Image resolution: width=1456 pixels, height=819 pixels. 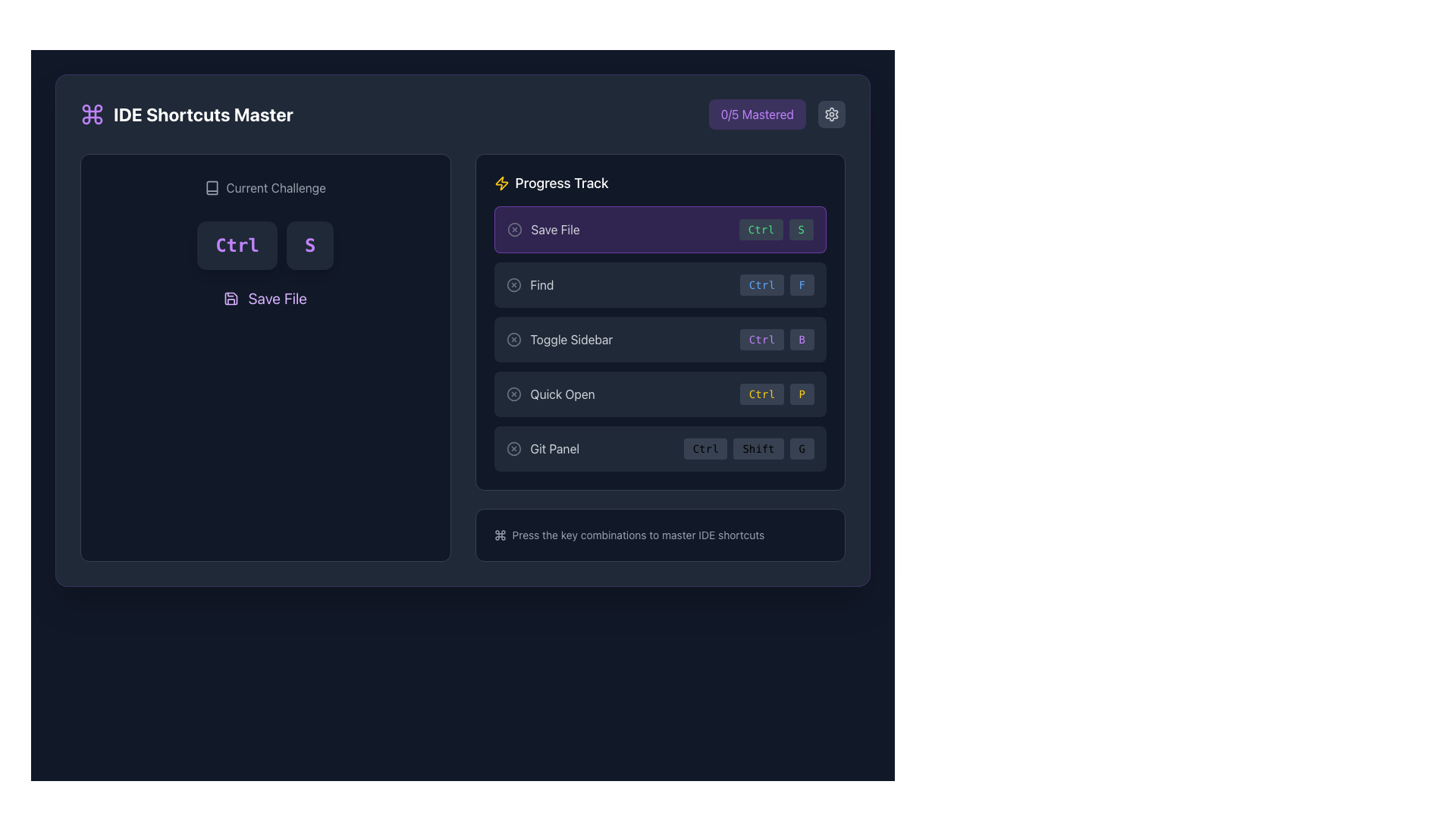 I want to click on the 'Git Panel' Text Label with Icon located at the bottom of the 'Progress Track' section, so click(x=542, y=447).